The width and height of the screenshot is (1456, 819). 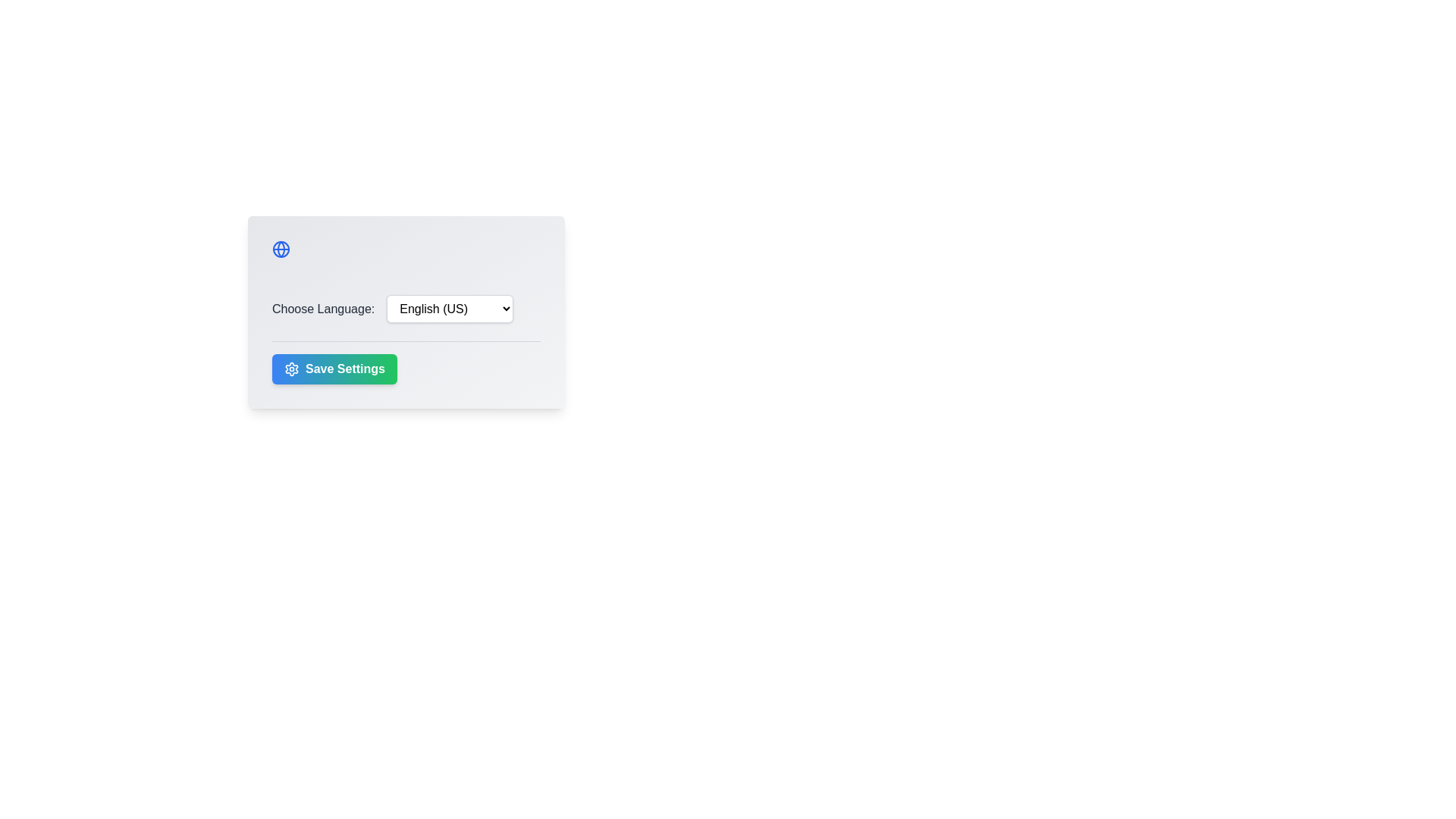 I want to click on the 'Save Settings' button, so click(x=334, y=369).